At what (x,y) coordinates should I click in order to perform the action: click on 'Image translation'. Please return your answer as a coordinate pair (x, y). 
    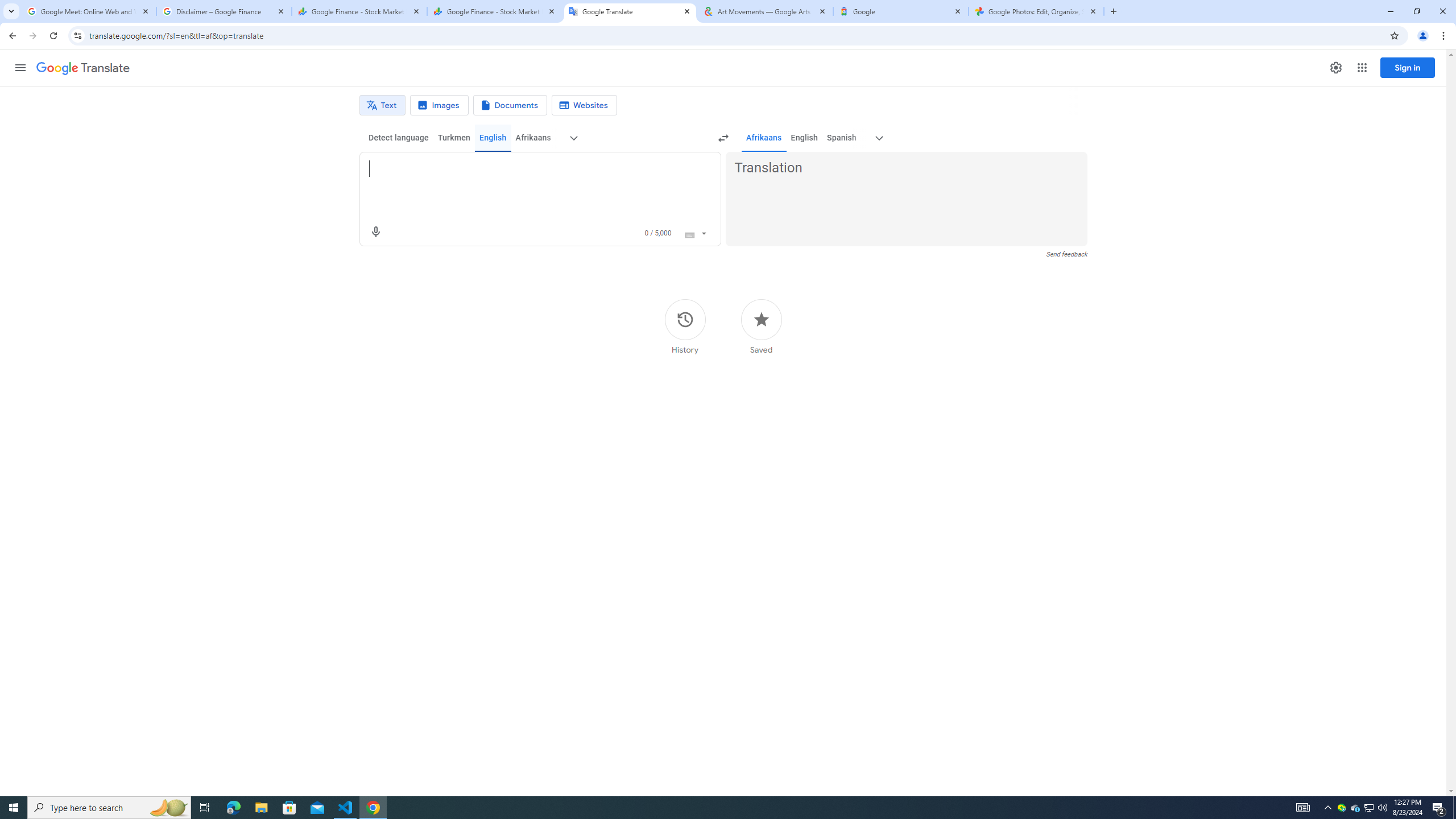
    Looking at the image, I should click on (440, 105).